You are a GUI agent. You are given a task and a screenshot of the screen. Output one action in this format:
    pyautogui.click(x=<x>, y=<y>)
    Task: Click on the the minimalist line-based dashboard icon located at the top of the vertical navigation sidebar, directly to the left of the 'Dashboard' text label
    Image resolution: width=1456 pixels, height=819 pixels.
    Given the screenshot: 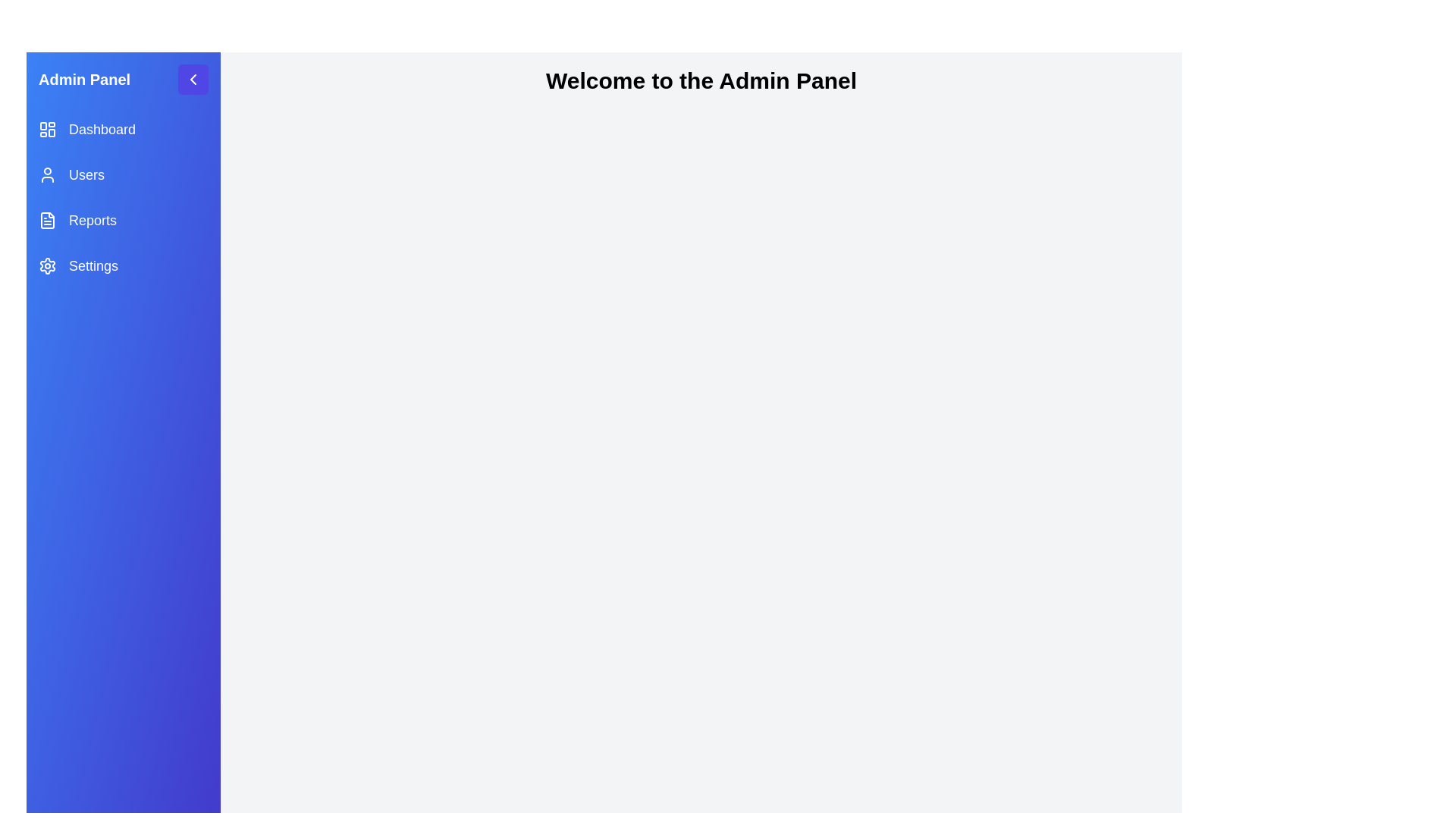 What is the action you would take?
    pyautogui.click(x=47, y=128)
    